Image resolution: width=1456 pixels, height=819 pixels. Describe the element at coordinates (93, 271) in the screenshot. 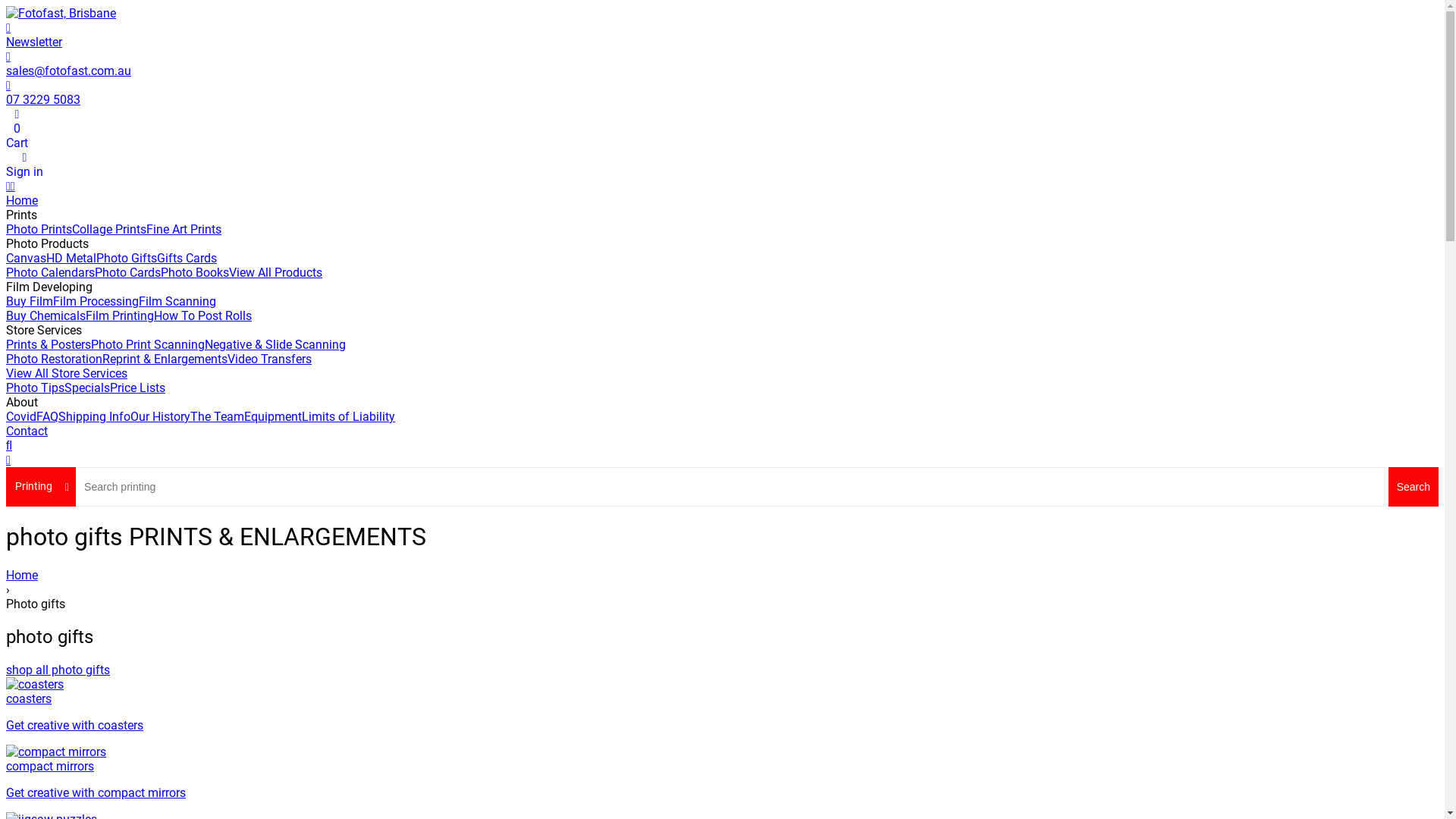

I see `'Photo Cards'` at that location.